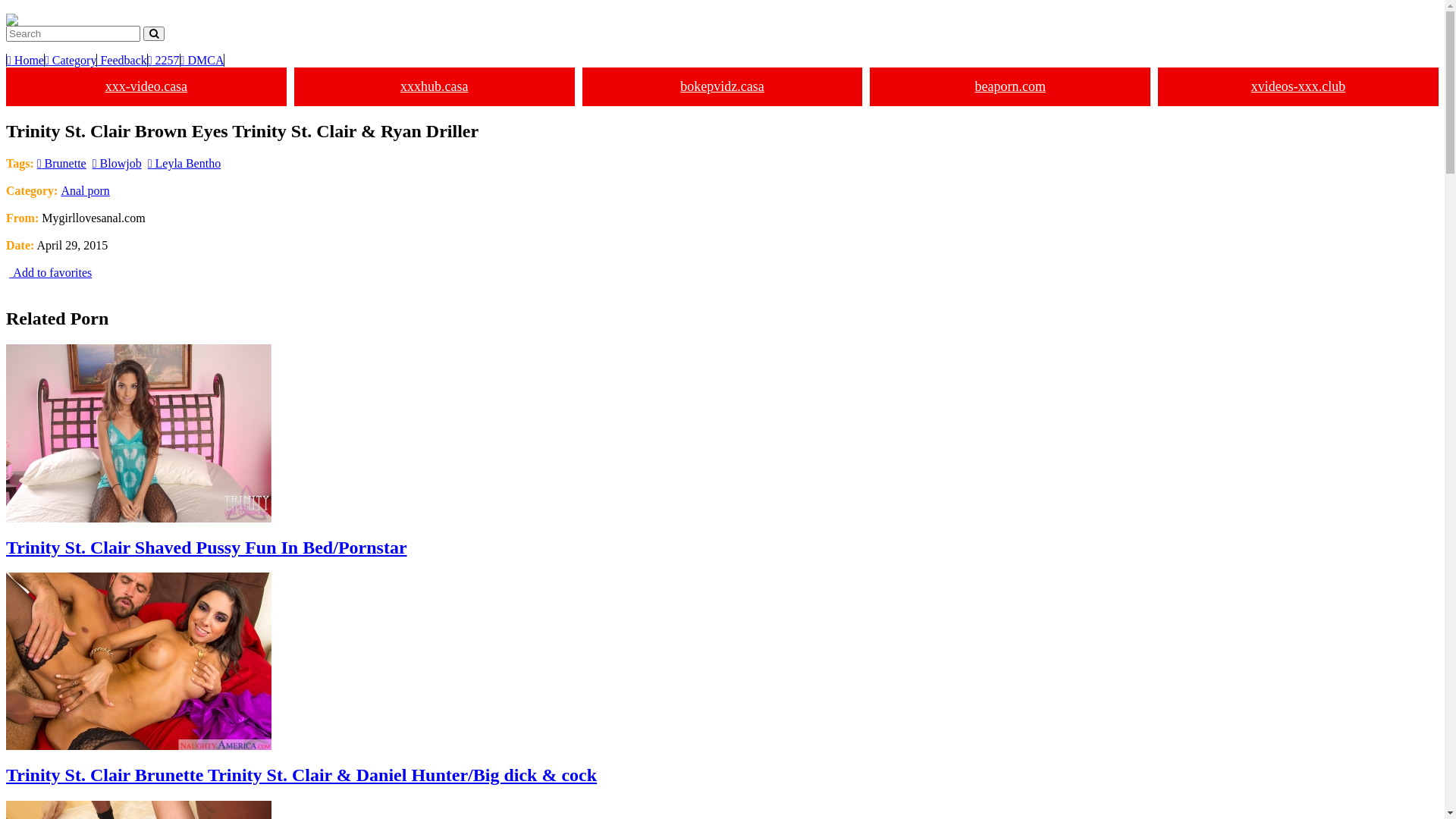 The image size is (1456, 819). Describe the element at coordinates (25, 59) in the screenshot. I see `'Home'` at that location.